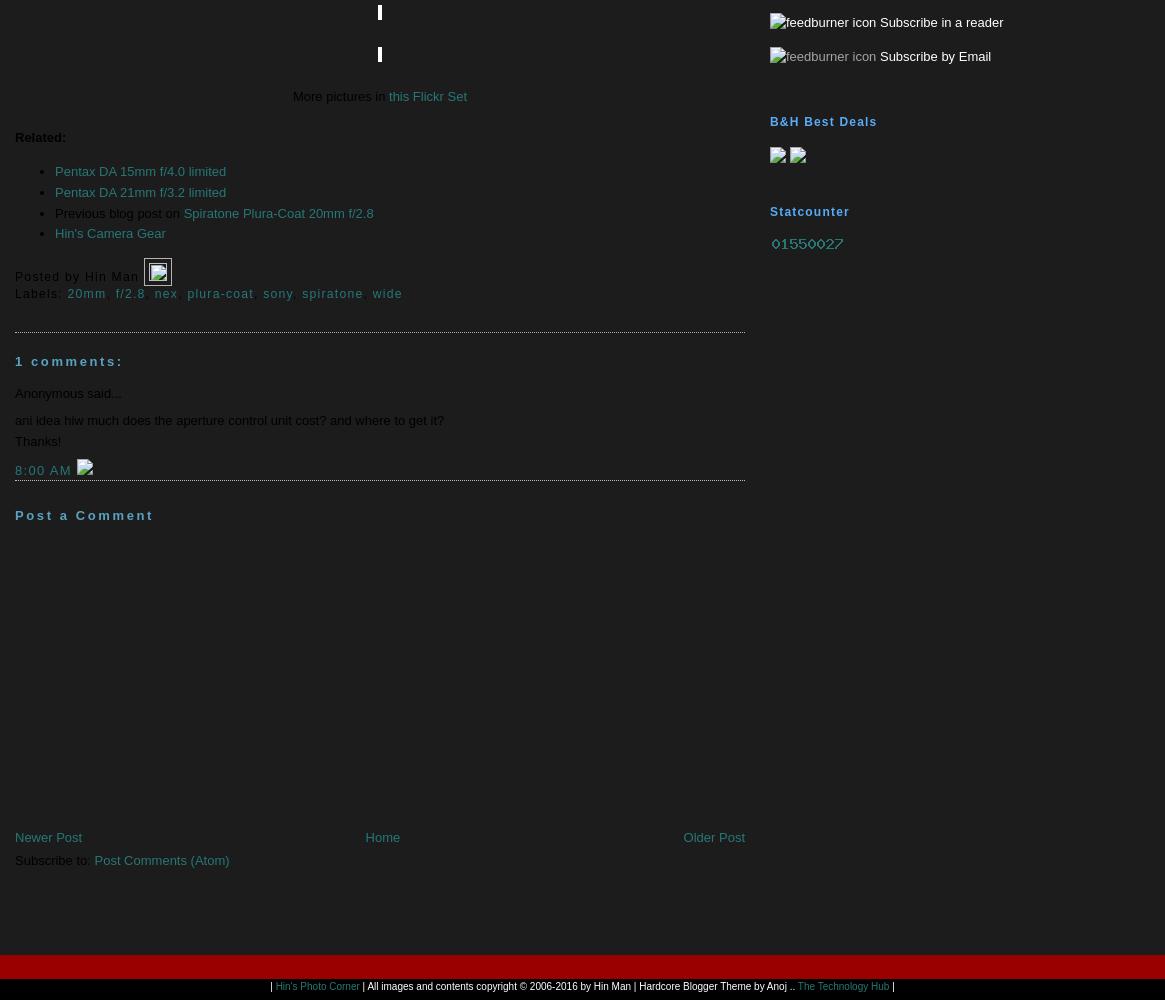  I want to click on 'Anonymous
said...', so click(67, 392).